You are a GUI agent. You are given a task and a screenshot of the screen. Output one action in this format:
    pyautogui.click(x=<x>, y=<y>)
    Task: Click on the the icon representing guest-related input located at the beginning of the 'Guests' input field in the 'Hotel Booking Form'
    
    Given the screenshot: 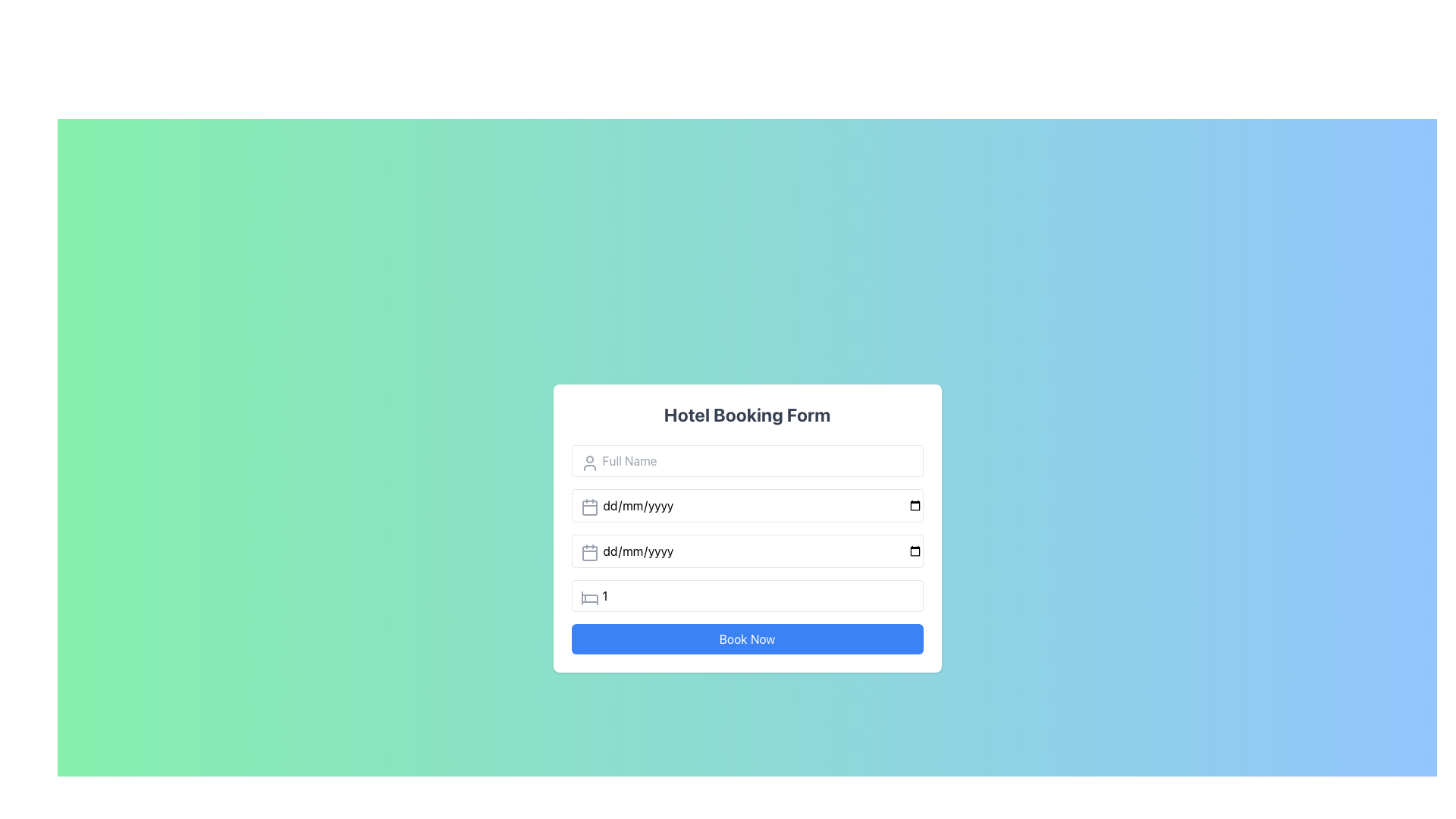 What is the action you would take?
    pyautogui.click(x=588, y=598)
    